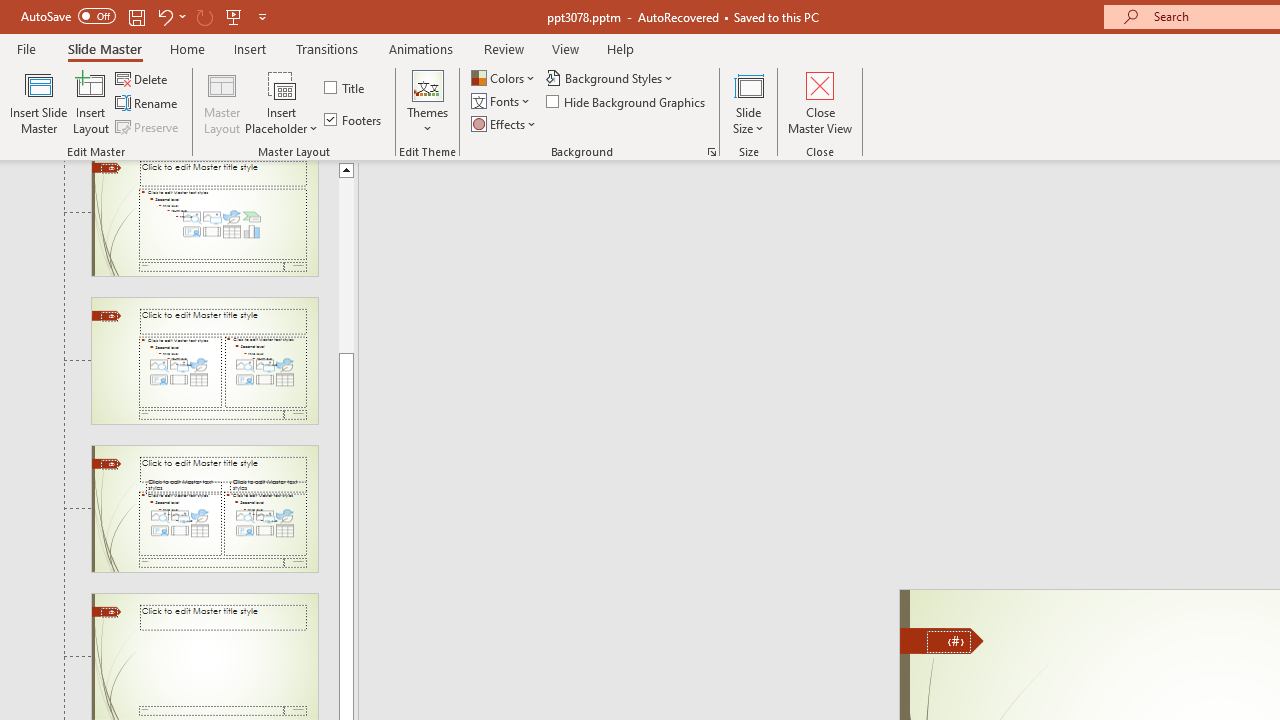 This screenshot has height=720, width=1280. What do you see at coordinates (354, 119) in the screenshot?
I see `'Footers'` at bounding box center [354, 119].